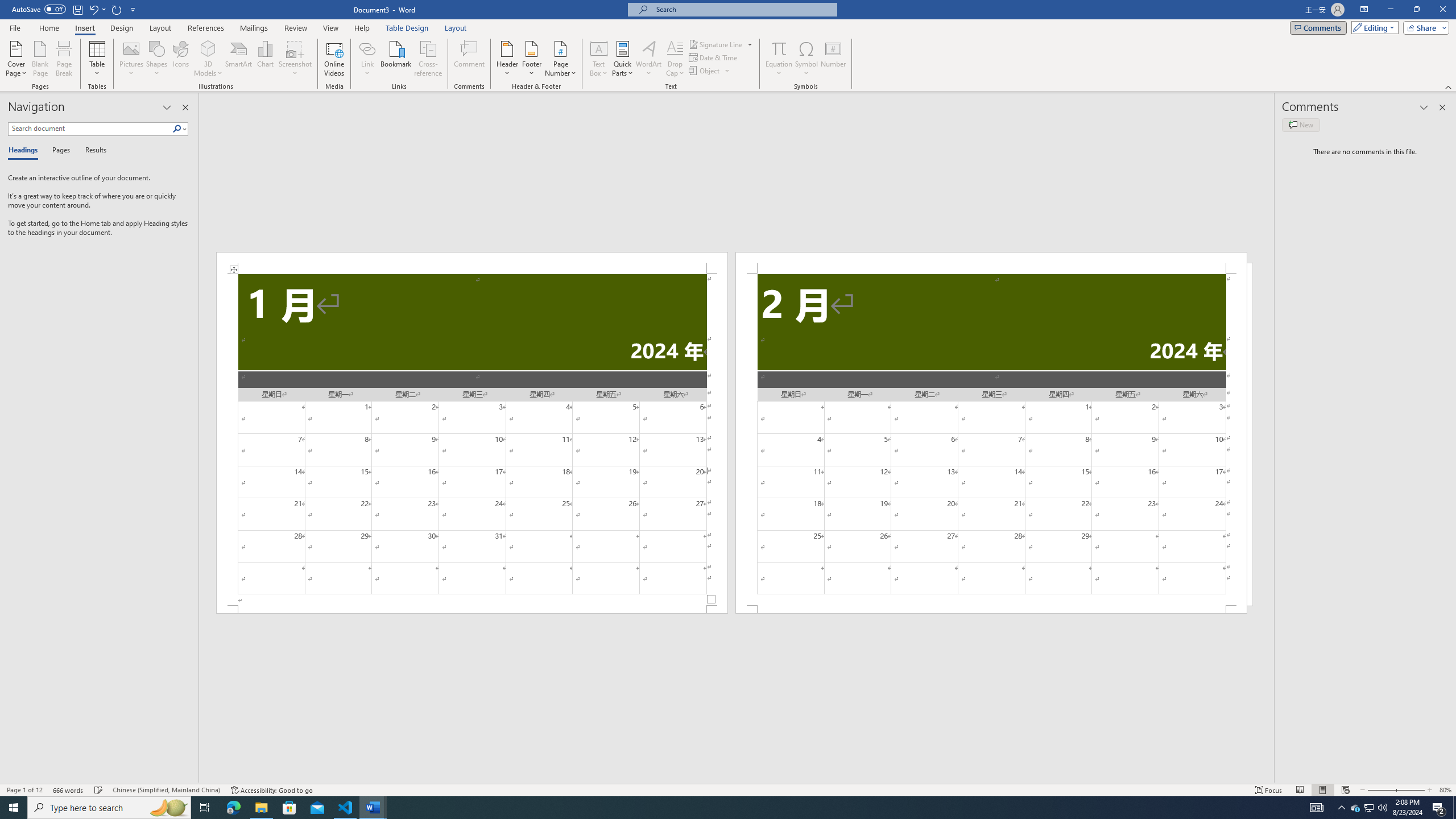 The width and height of the screenshot is (1456, 819). What do you see at coordinates (675, 59) in the screenshot?
I see `'Drop Cap'` at bounding box center [675, 59].